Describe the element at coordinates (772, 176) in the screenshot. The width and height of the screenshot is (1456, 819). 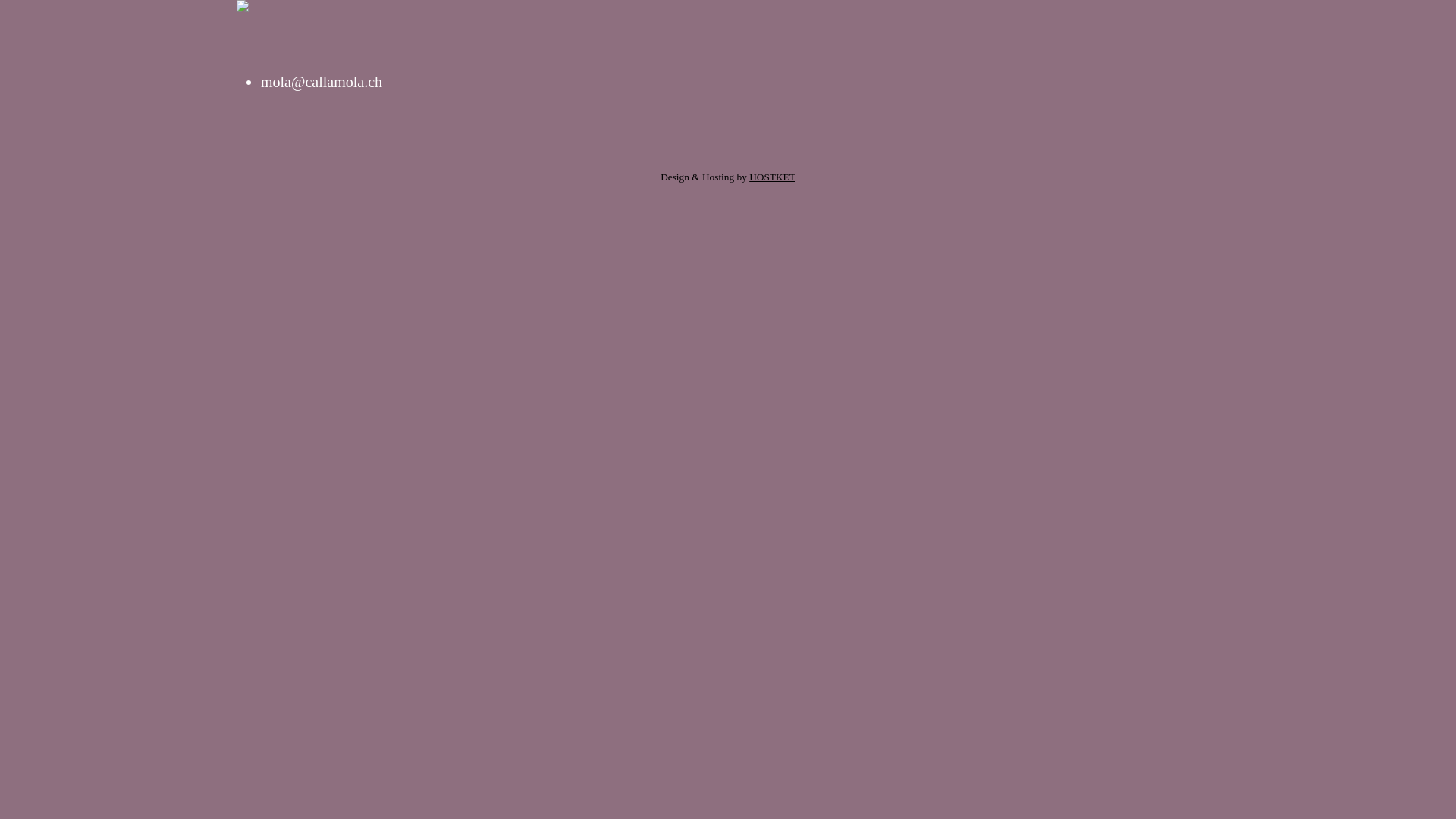
I see `'HOSTKET'` at that location.